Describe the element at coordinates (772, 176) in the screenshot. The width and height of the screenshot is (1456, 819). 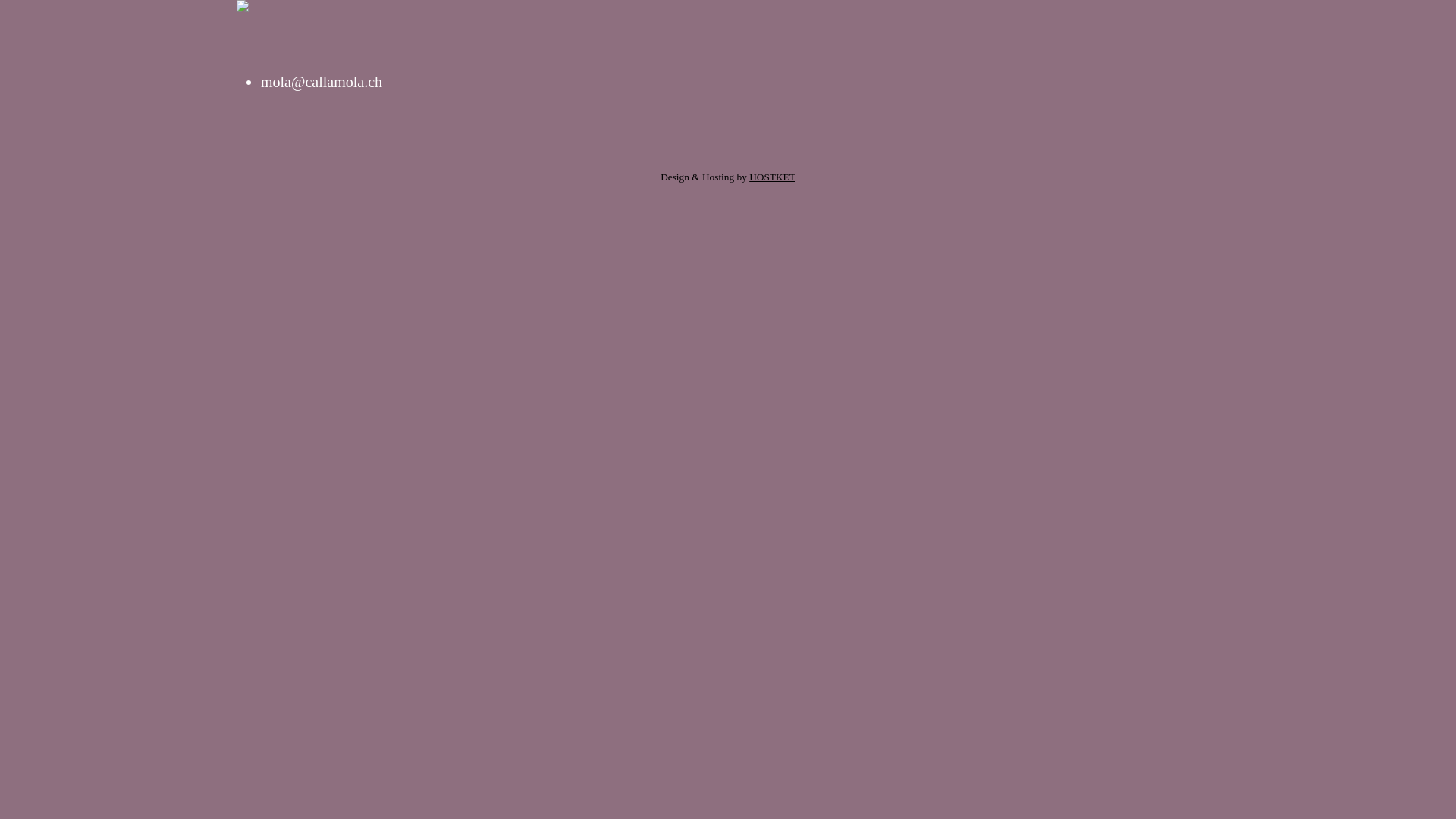
I see `'HOSTKET'` at that location.